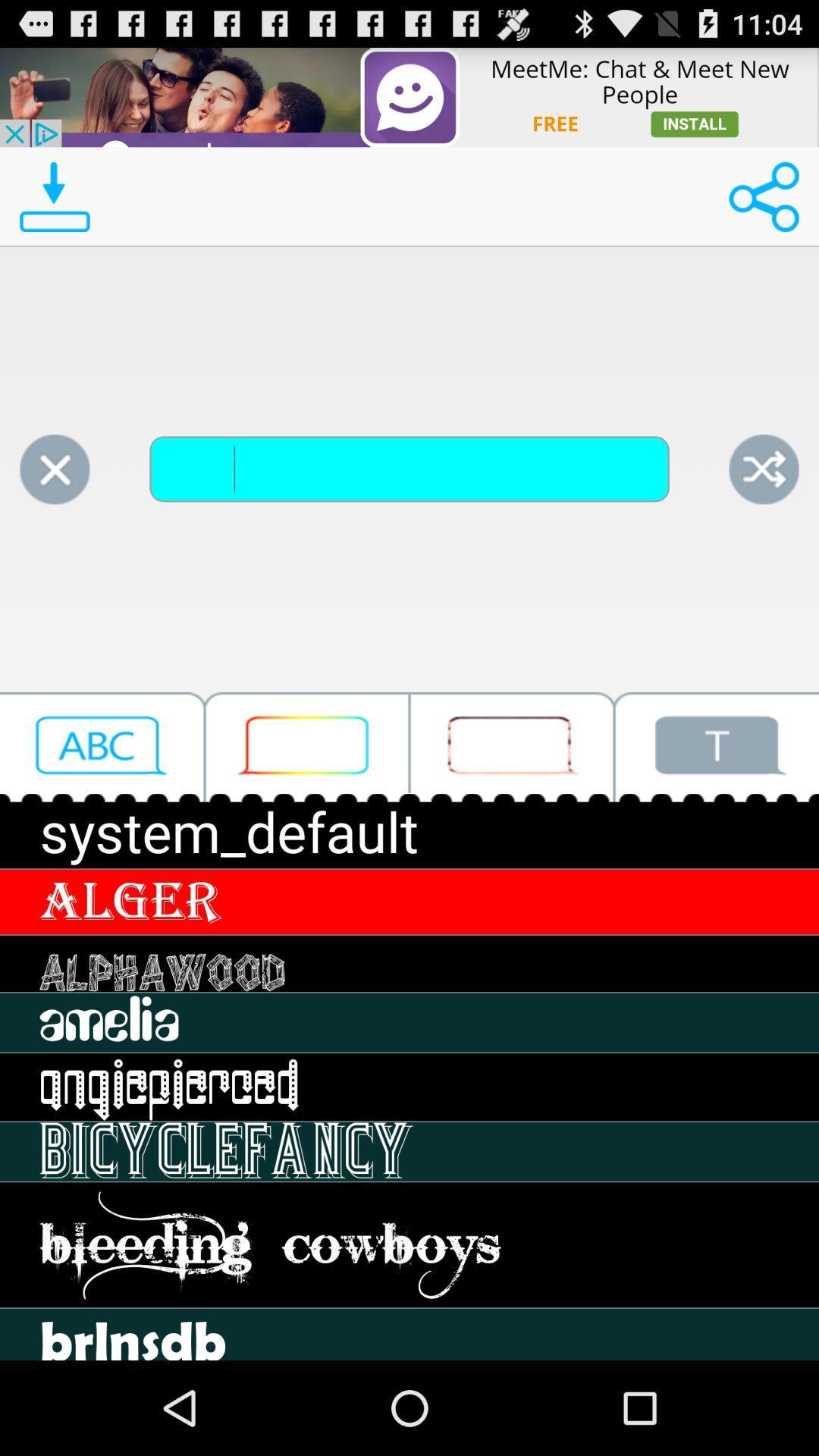 The width and height of the screenshot is (819, 1456). What do you see at coordinates (102, 747) in the screenshot?
I see `click letter button` at bounding box center [102, 747].